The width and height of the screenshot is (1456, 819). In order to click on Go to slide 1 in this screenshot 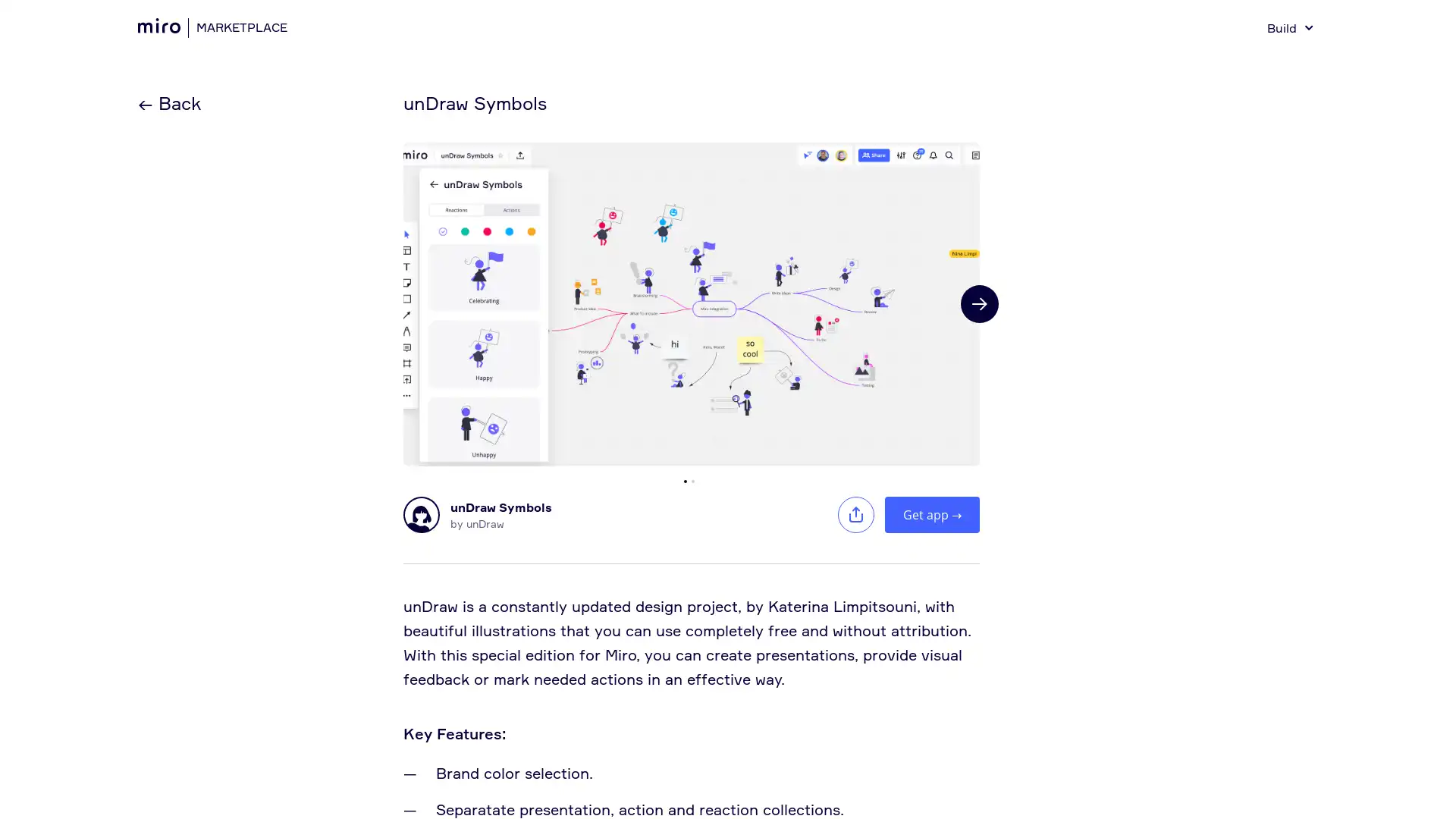, I will do `click(684, 480)`.